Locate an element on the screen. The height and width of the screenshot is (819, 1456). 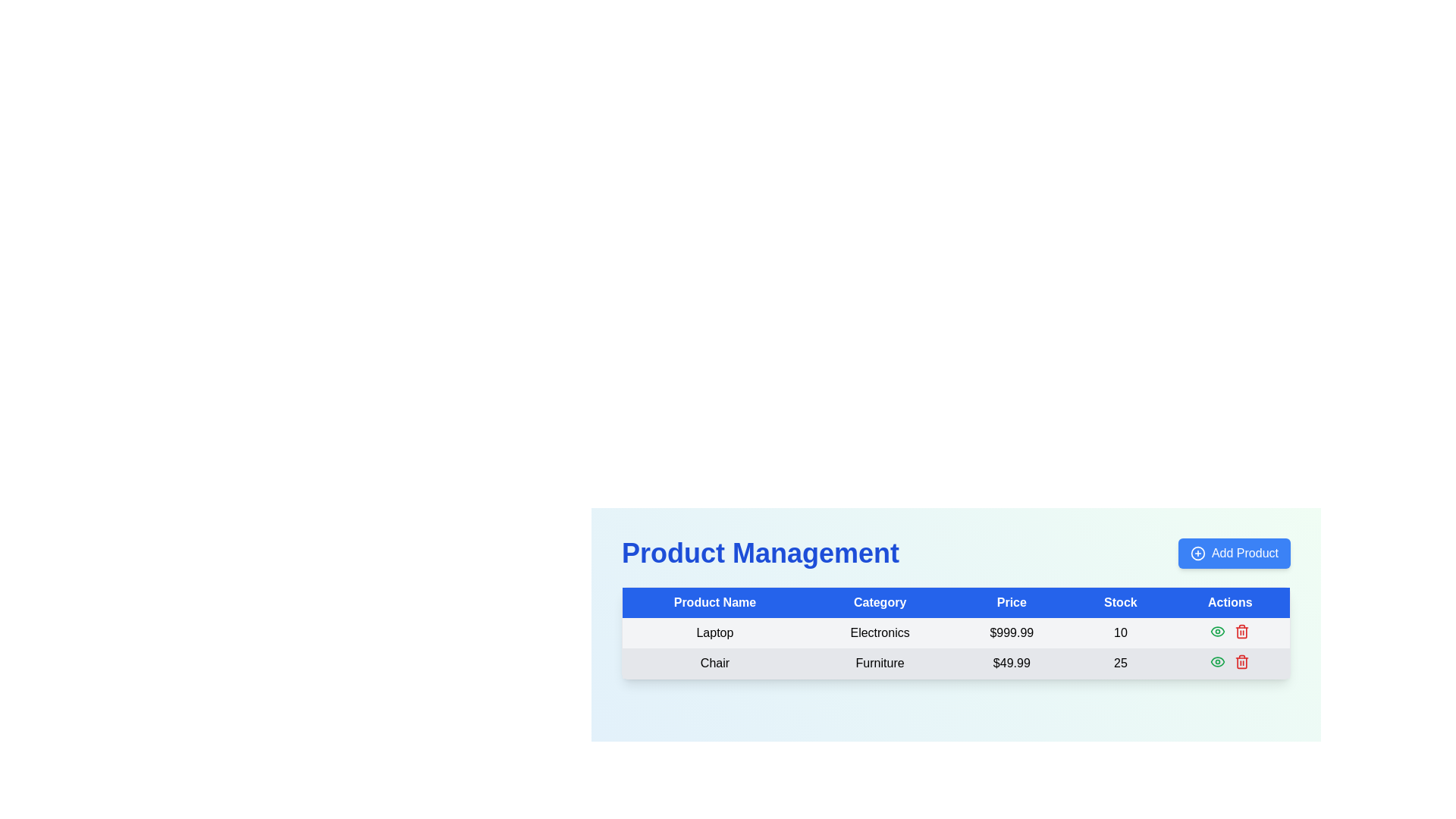
the circular SVG icon located in the top-right corner of the 'Product Management' interface to trigger tooltips or visual feedback is located at coordinates (1197, 553).